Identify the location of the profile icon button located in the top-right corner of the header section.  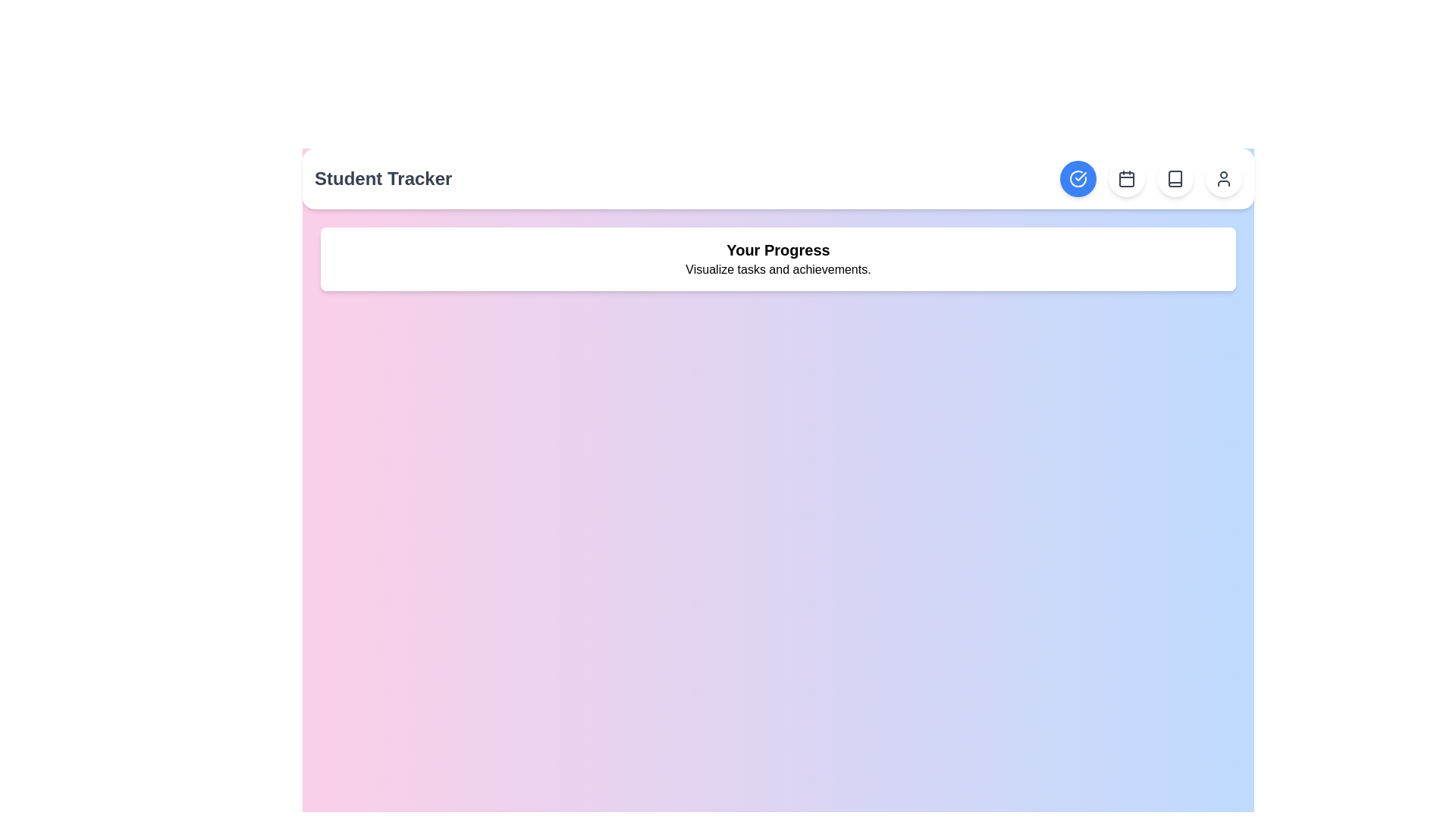
(1223, 177).